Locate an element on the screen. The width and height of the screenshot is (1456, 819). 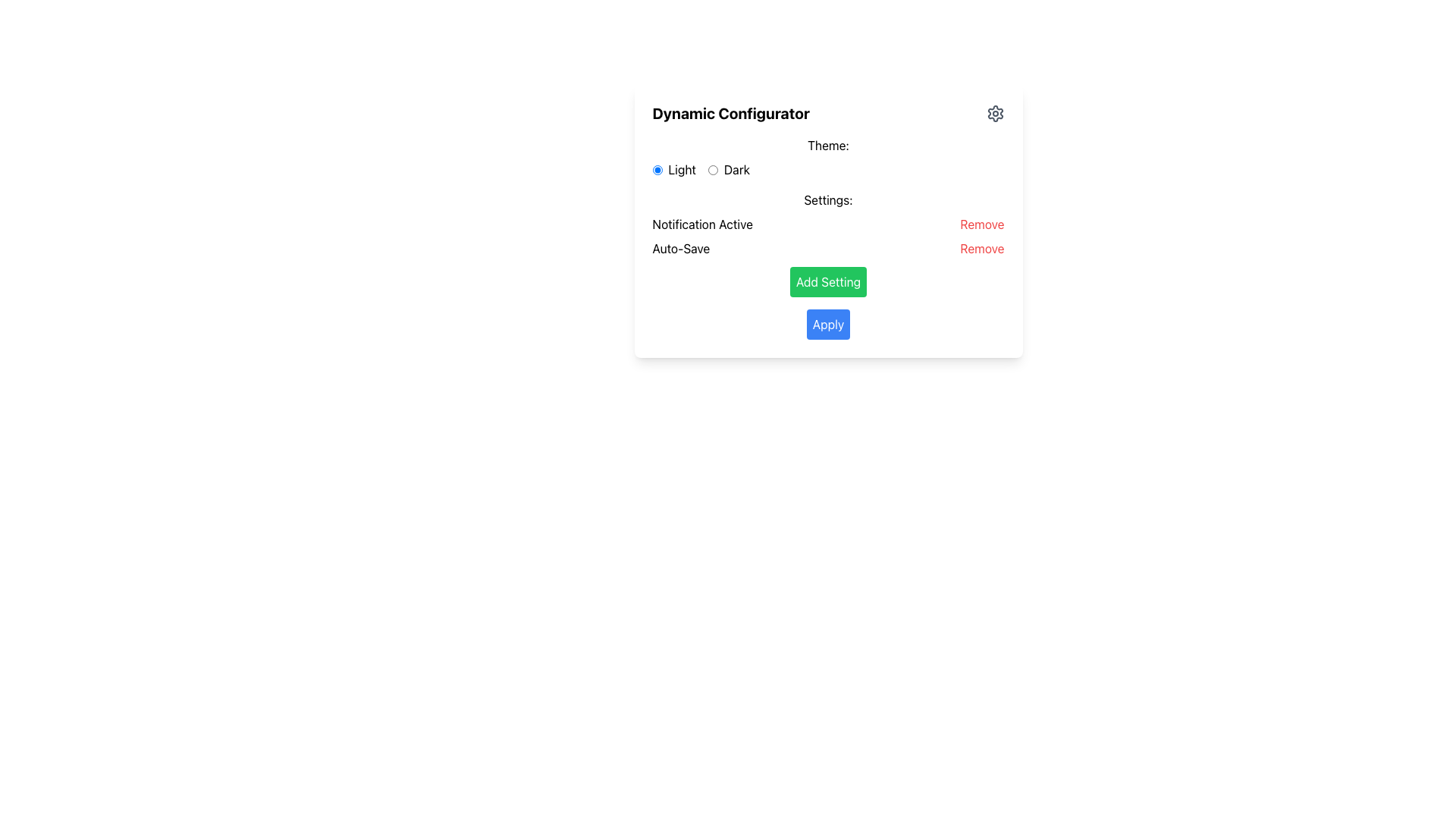
the label that describes the theme selection radio buttons, located above the 'Light' and 'Dark' options is located at coordinates (827, 146).